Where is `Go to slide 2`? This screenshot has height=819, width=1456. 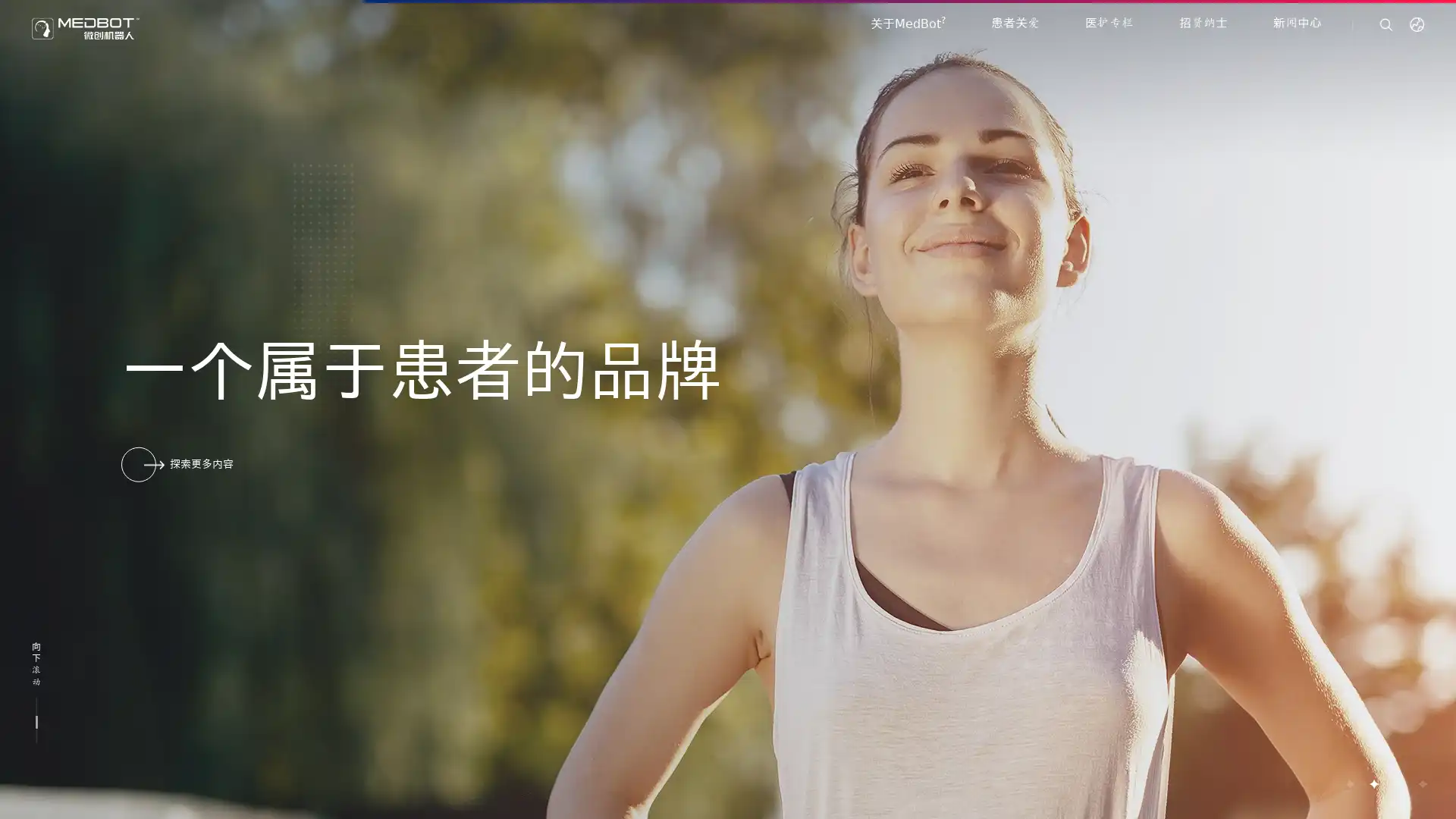
Go to slide 2 is located at coordinates (1373, 783).